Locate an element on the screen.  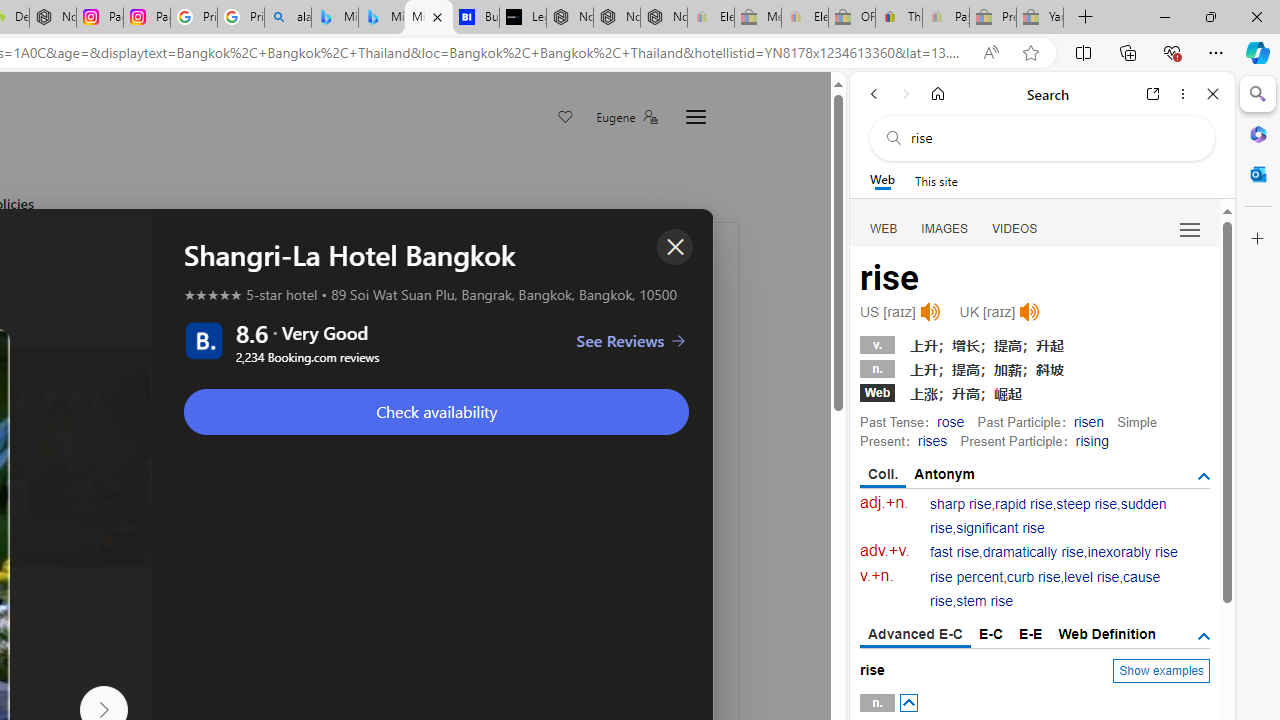
'Antonym' is located at coordinates (944, 474).